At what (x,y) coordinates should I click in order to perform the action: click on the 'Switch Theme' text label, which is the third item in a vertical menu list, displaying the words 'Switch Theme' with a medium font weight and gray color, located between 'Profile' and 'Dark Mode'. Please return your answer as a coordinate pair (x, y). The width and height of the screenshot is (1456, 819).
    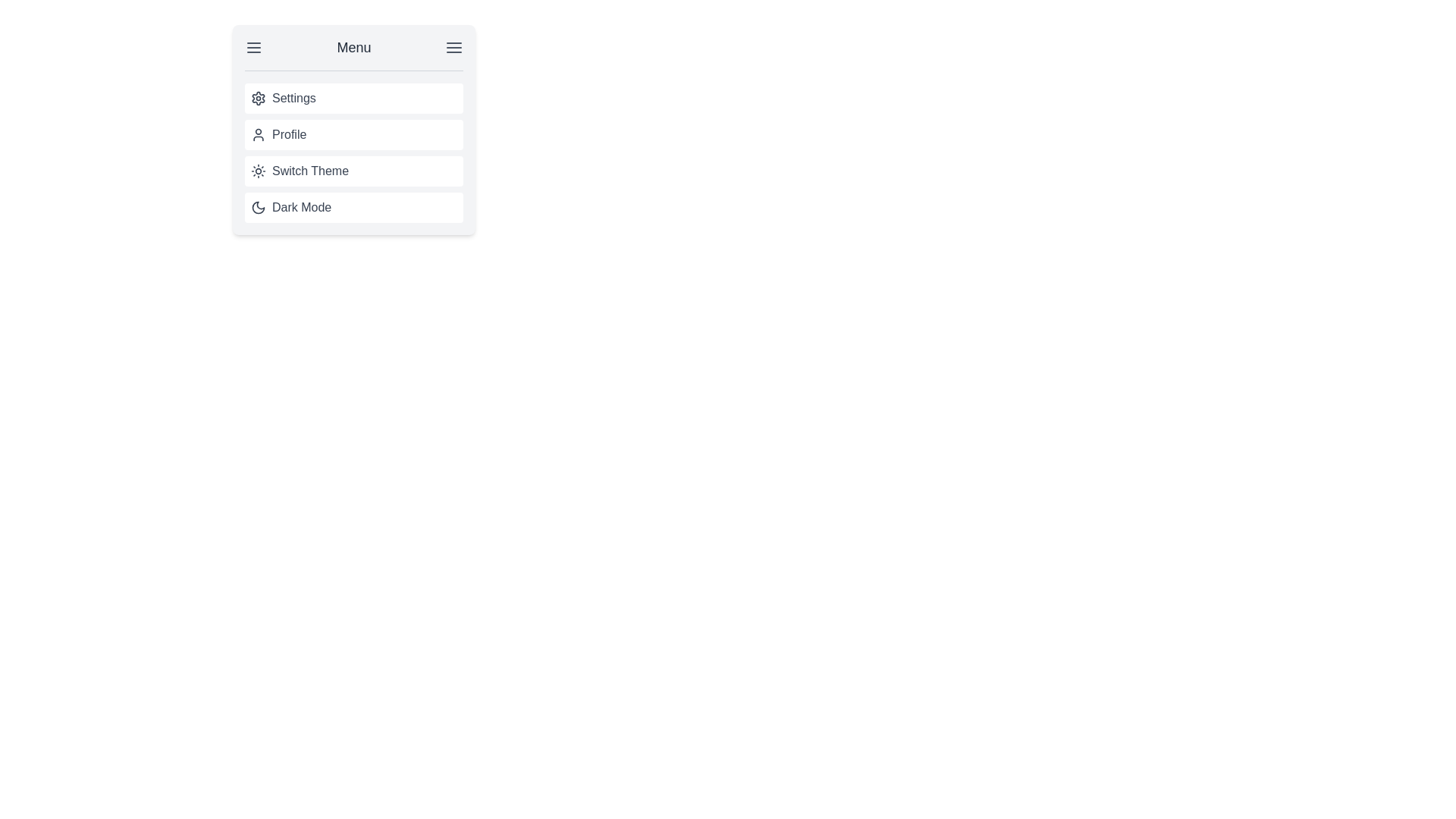
    Looking at the image, I should click on (309, 171).